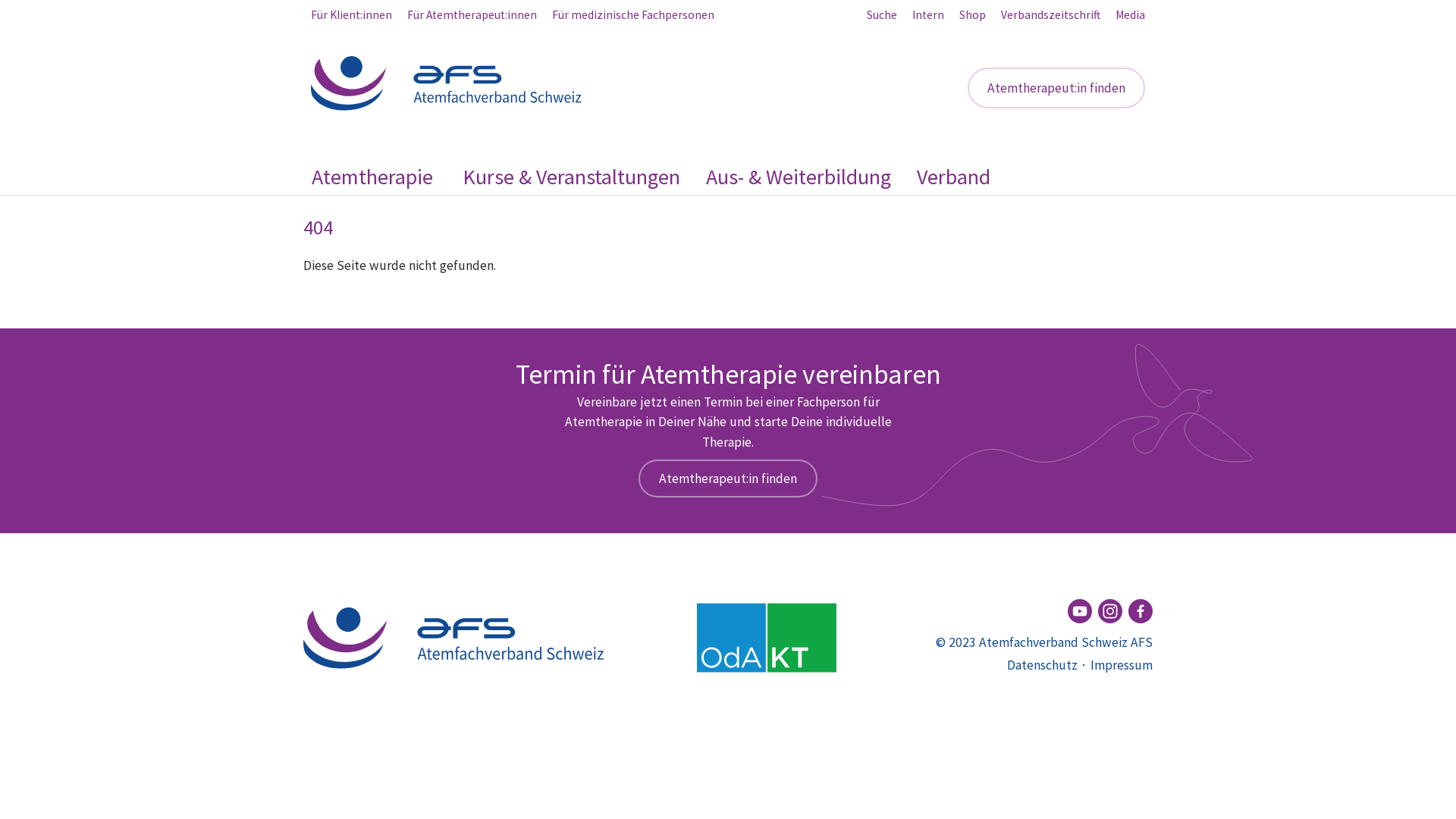 Image resolution: width=1456 pixels, height=819 pixels. I want to click on 'afs-logo-desktop', so click(447, 83).